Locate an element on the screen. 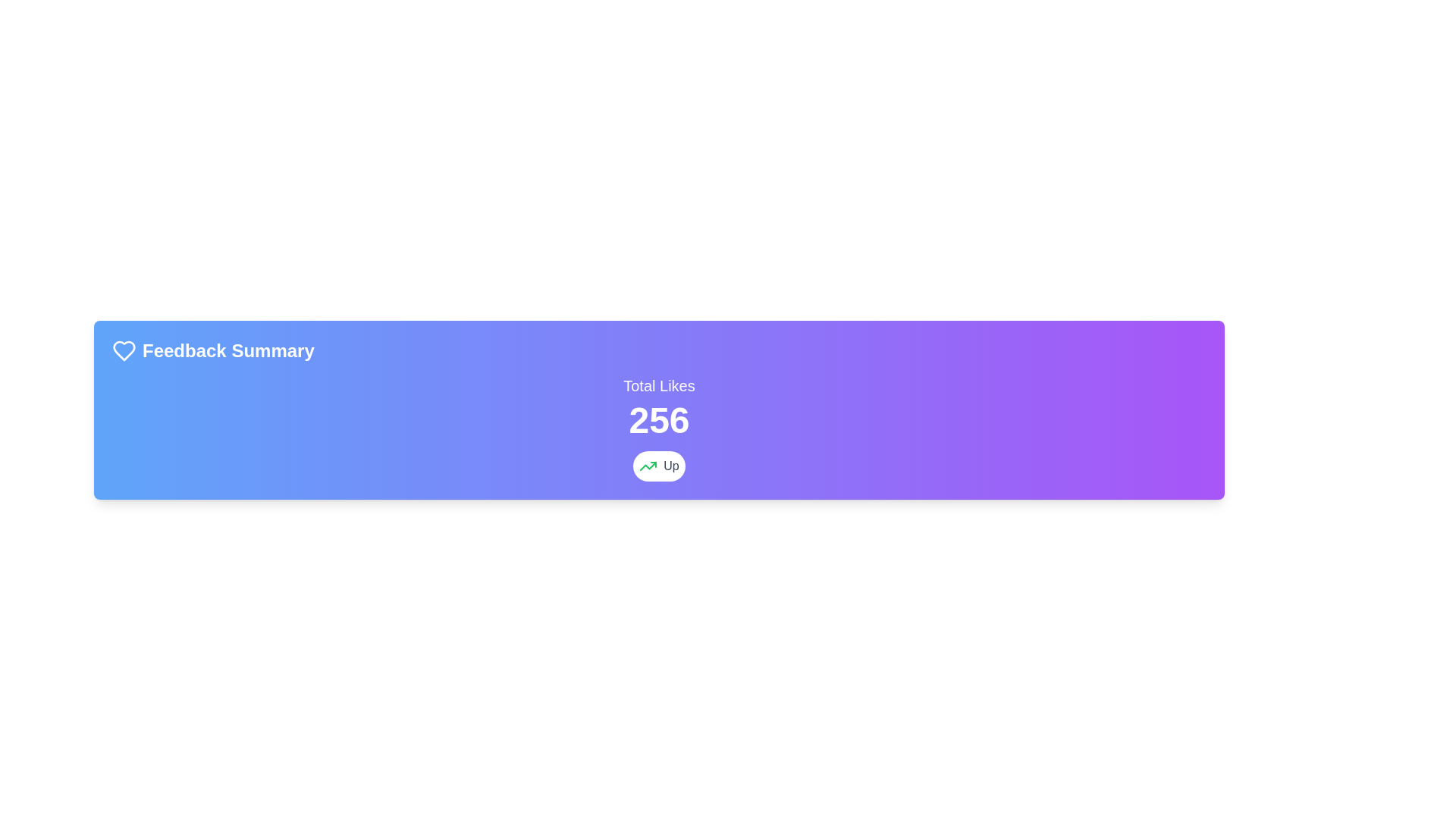 The height and width of the screenshot is (819, 1456). the trending indicator icon inside the circular white button located at the bottom center of the 'Feedback Summary' card is located at coordinates (648, 465).